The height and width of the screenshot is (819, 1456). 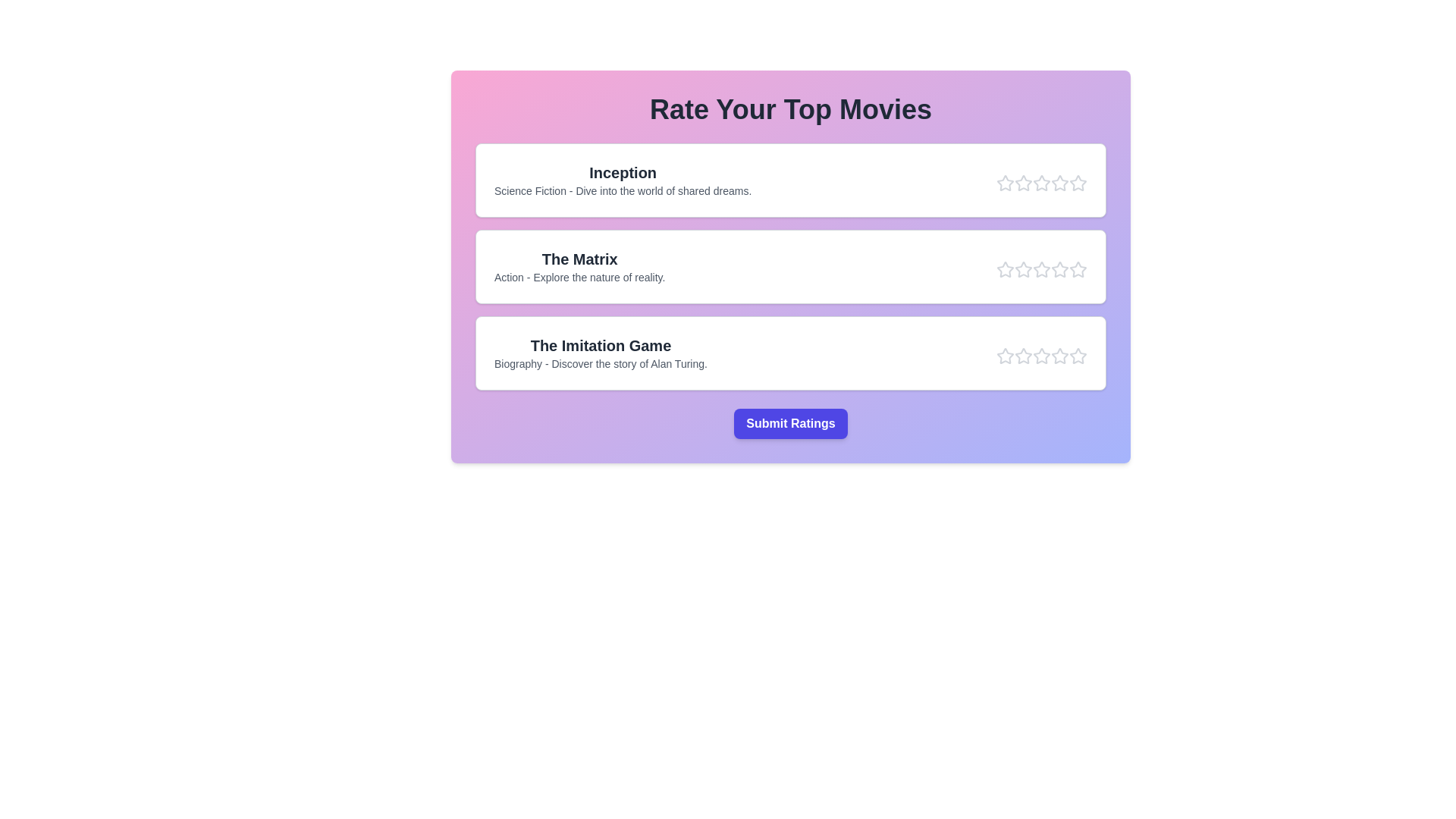 What do you see at coordinates (1023, 268) in the screenshot?
I see `the star corresponding to the rating 2 for the movie The Matrix` at bounding box center [1023, 268].